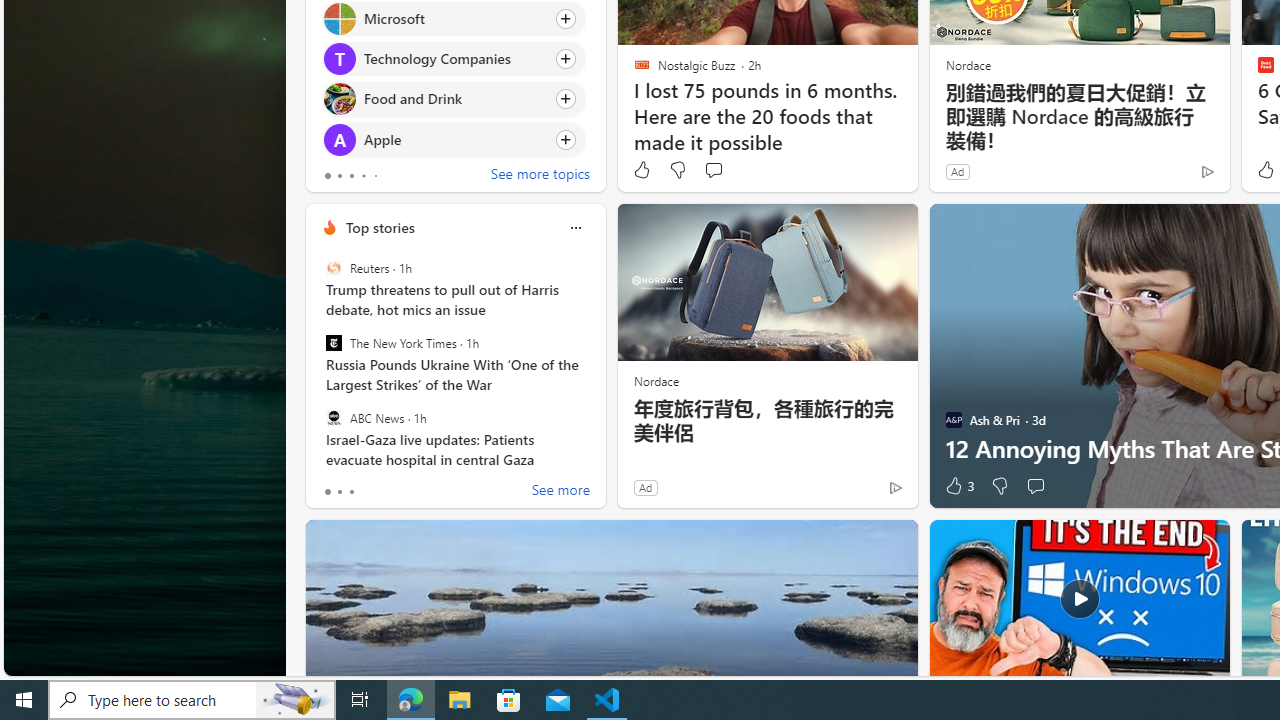 The height and width of the screenshot is (720, 1280). I want to click on 'tab-4', so click(375, 175).